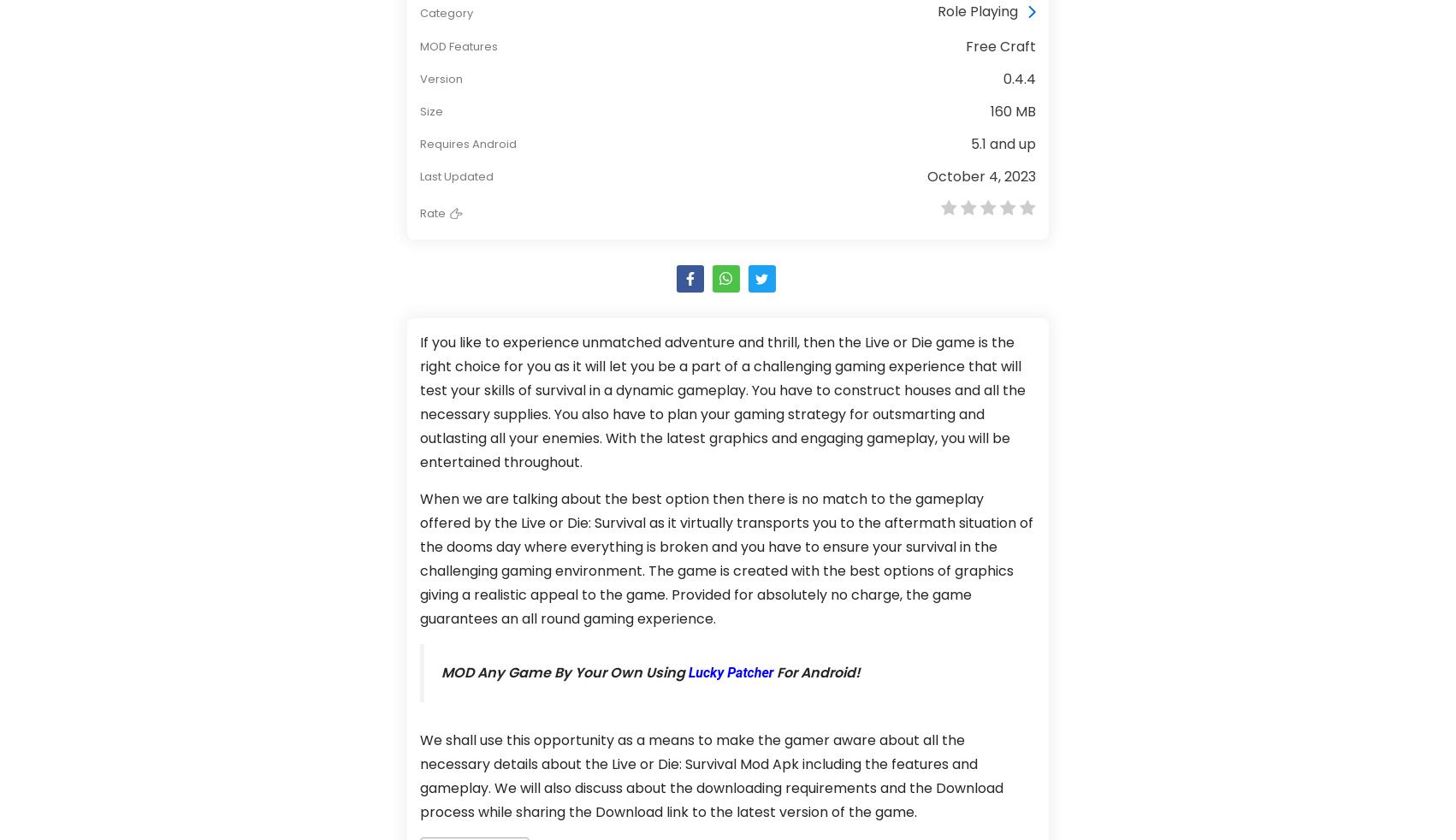 The width and height of the screenshot is (1456, 840). Describe the element at coordinates (430, 110) in the screenshot. I see `'Size'` at that location.